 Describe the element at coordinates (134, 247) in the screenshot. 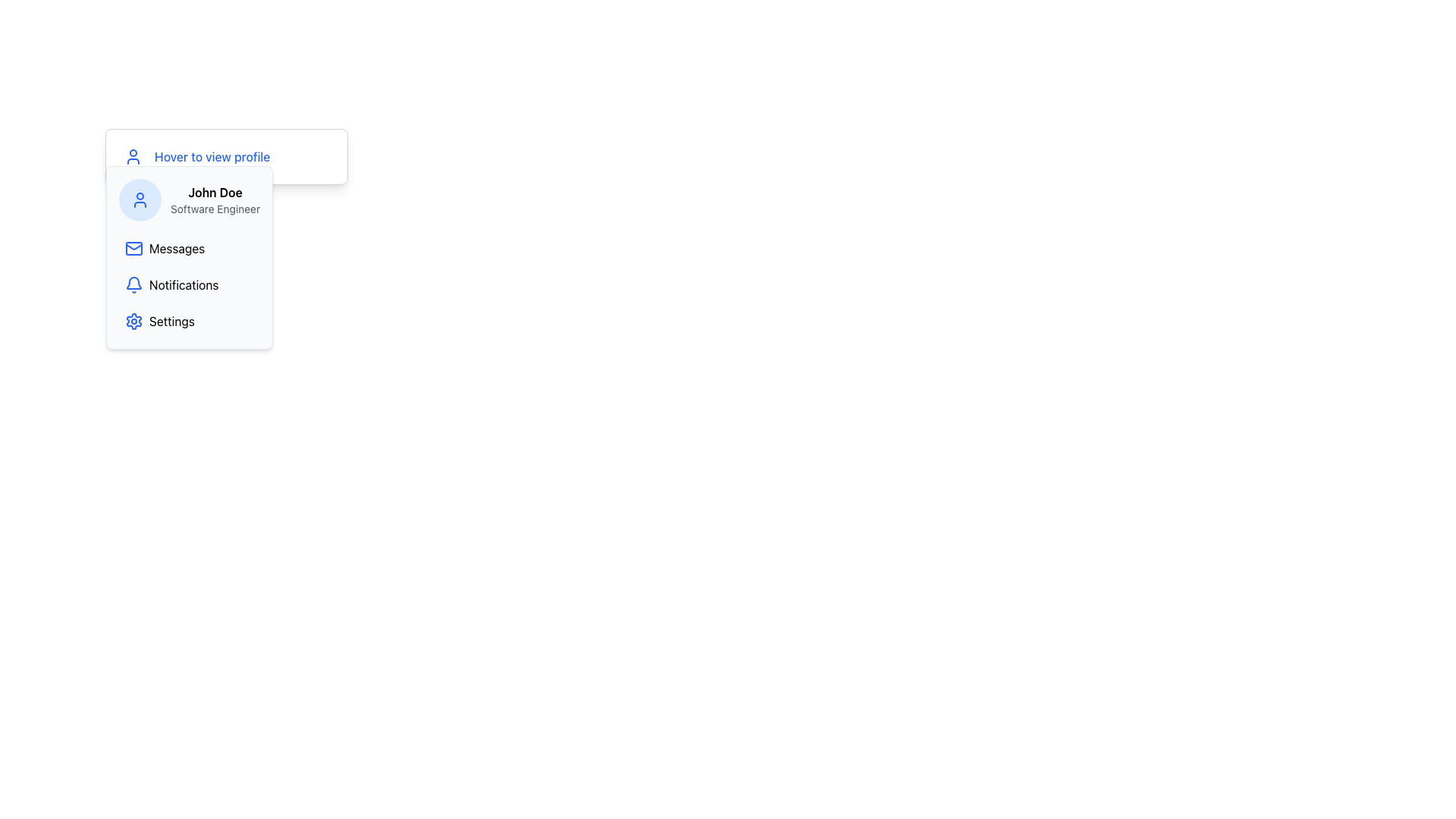

I see `the SVG rectangular graphic that is part of the mail envelope icon, located to the left of the 'Messages' text in the vertical menu list` at that location.